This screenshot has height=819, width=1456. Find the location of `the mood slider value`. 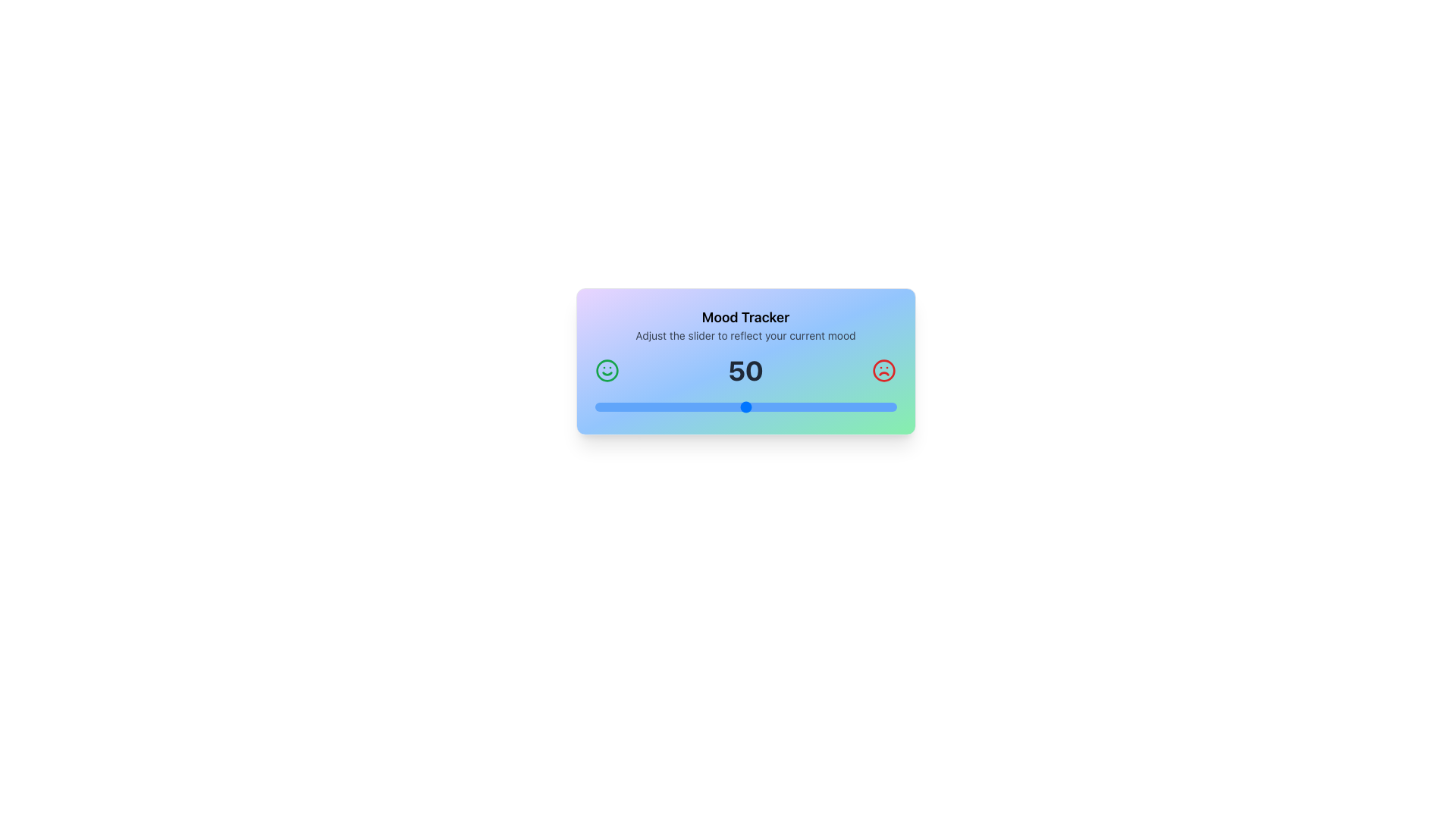

the mood slider value is located at coordinates (773, 406).